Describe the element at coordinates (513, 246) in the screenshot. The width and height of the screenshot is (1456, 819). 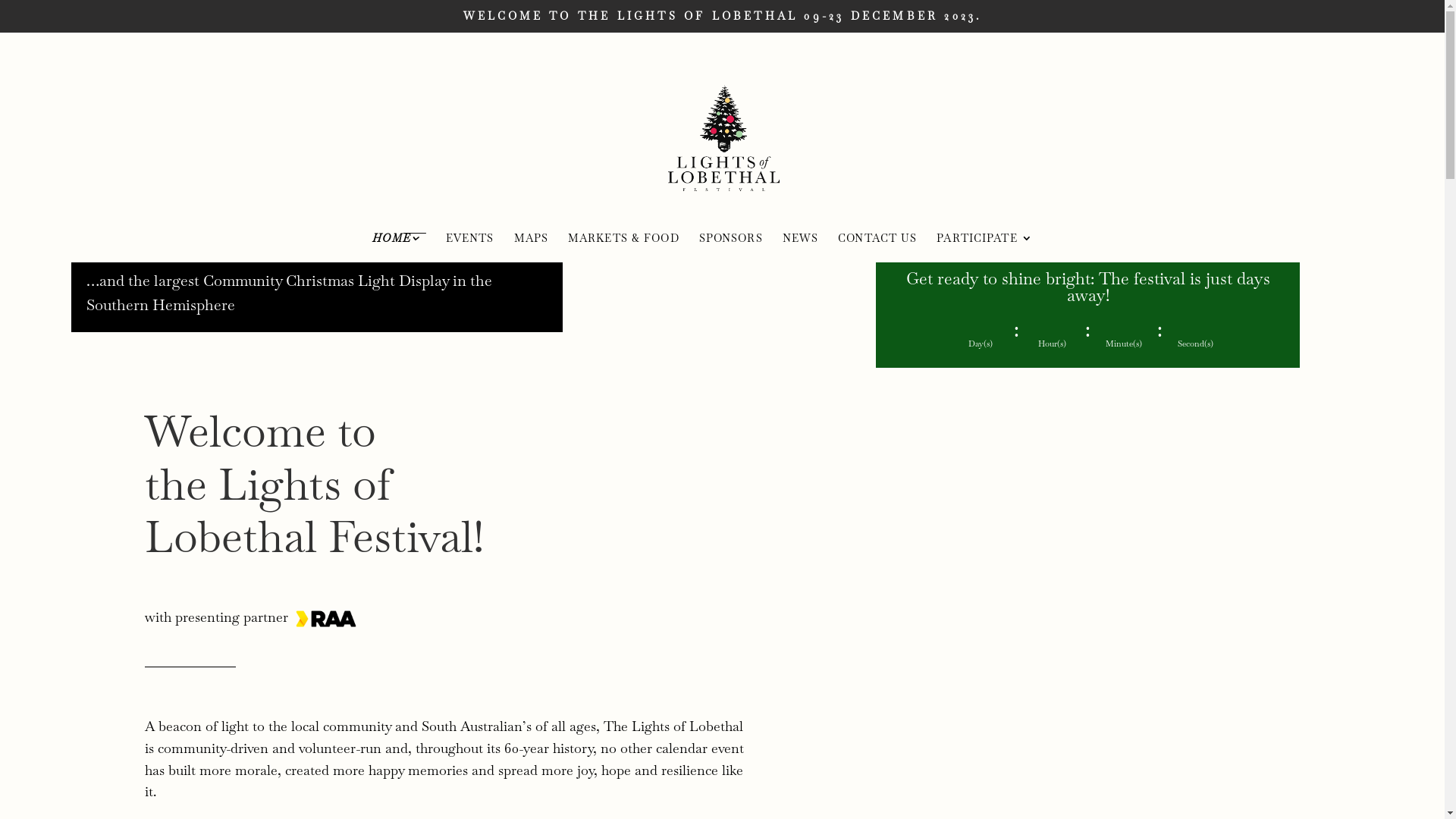
I see `'MAPS'` at that location.